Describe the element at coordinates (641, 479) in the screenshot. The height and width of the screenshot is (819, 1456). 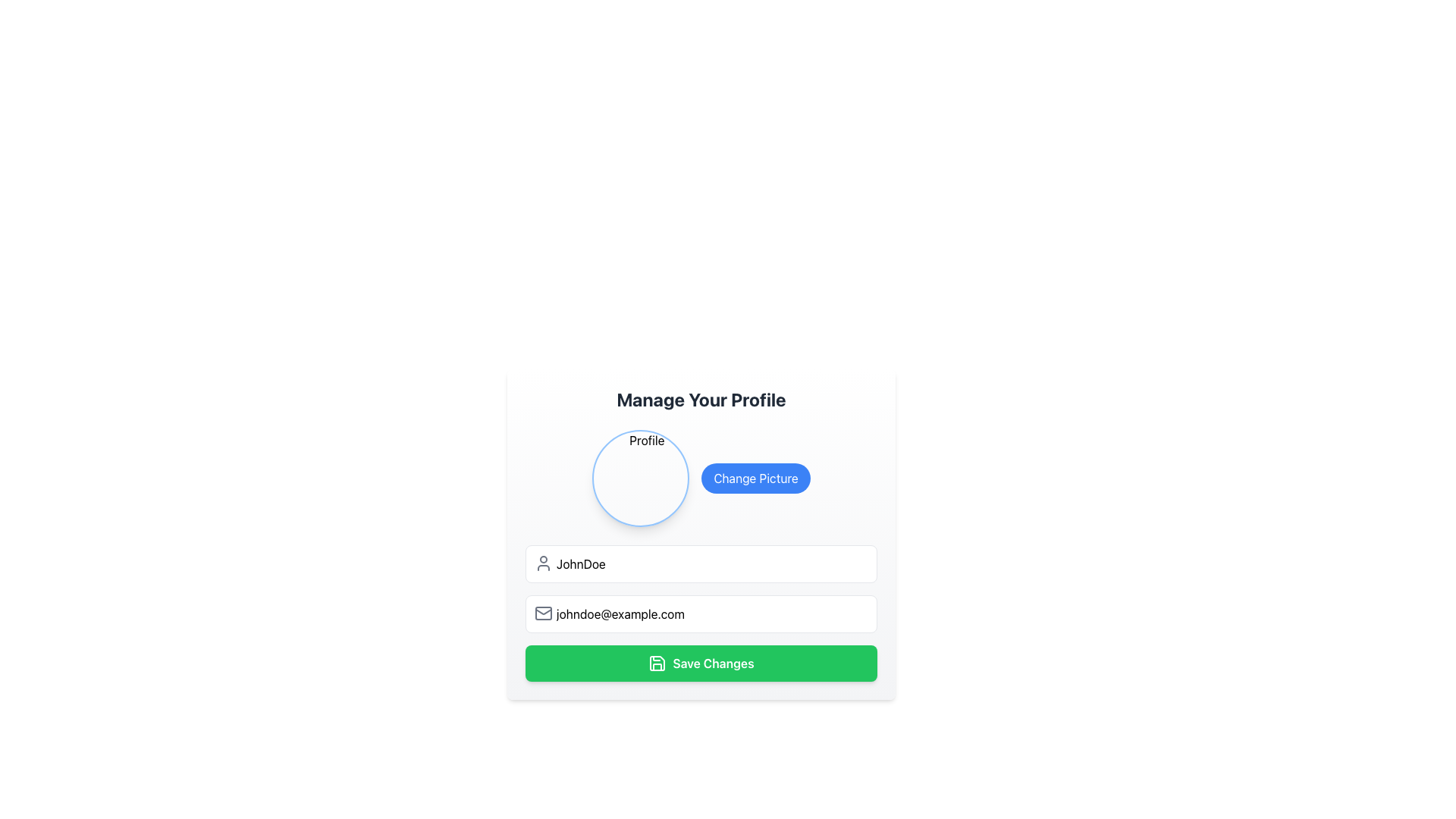
I see `and drop an image onto the circular profile picture placeholder with a light blue border located` at that location.